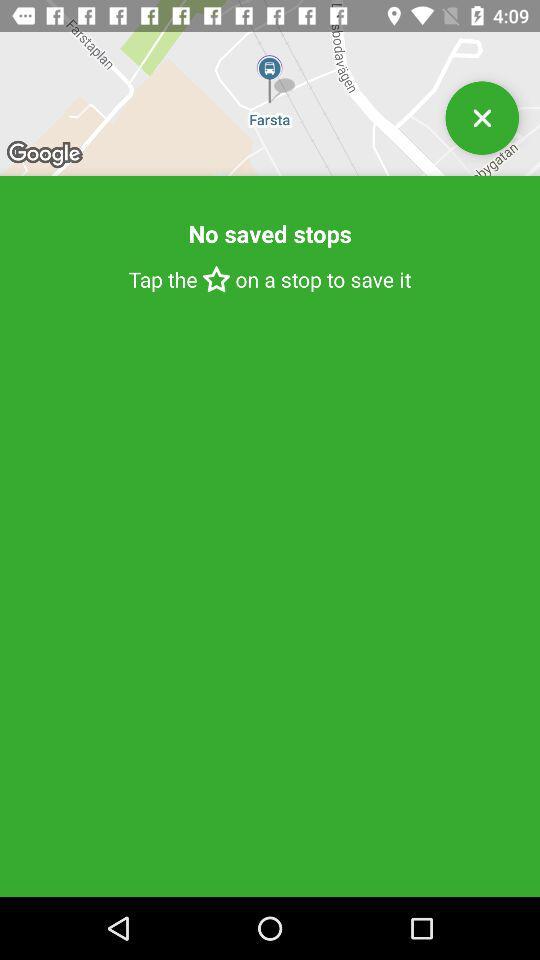 This screenshot has height=960, width=540. I want to click on the close icon, so click(481, 125).